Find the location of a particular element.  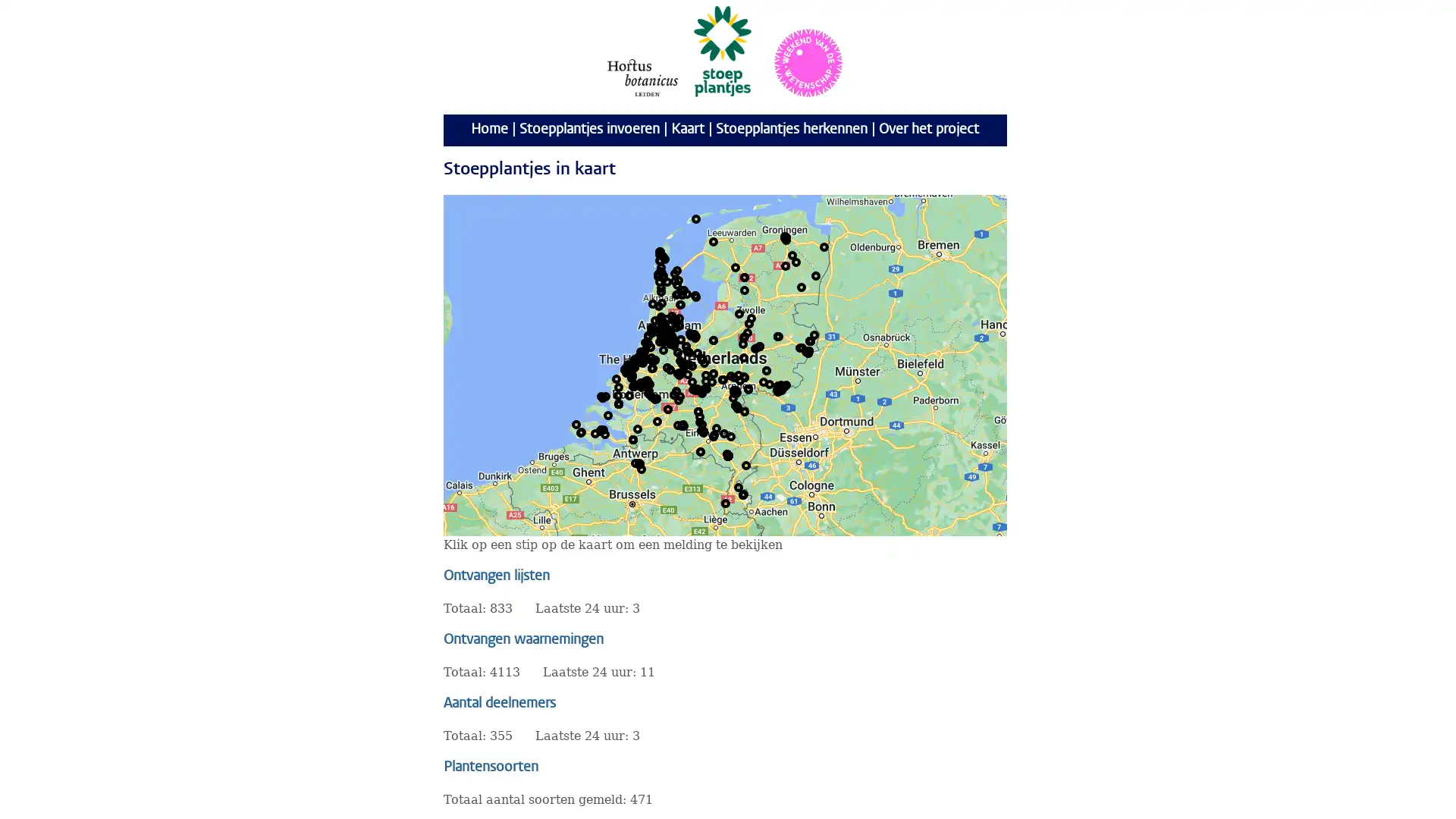

Telling van Lotte op 21 april 2022 is located at coordinates (669, 333).